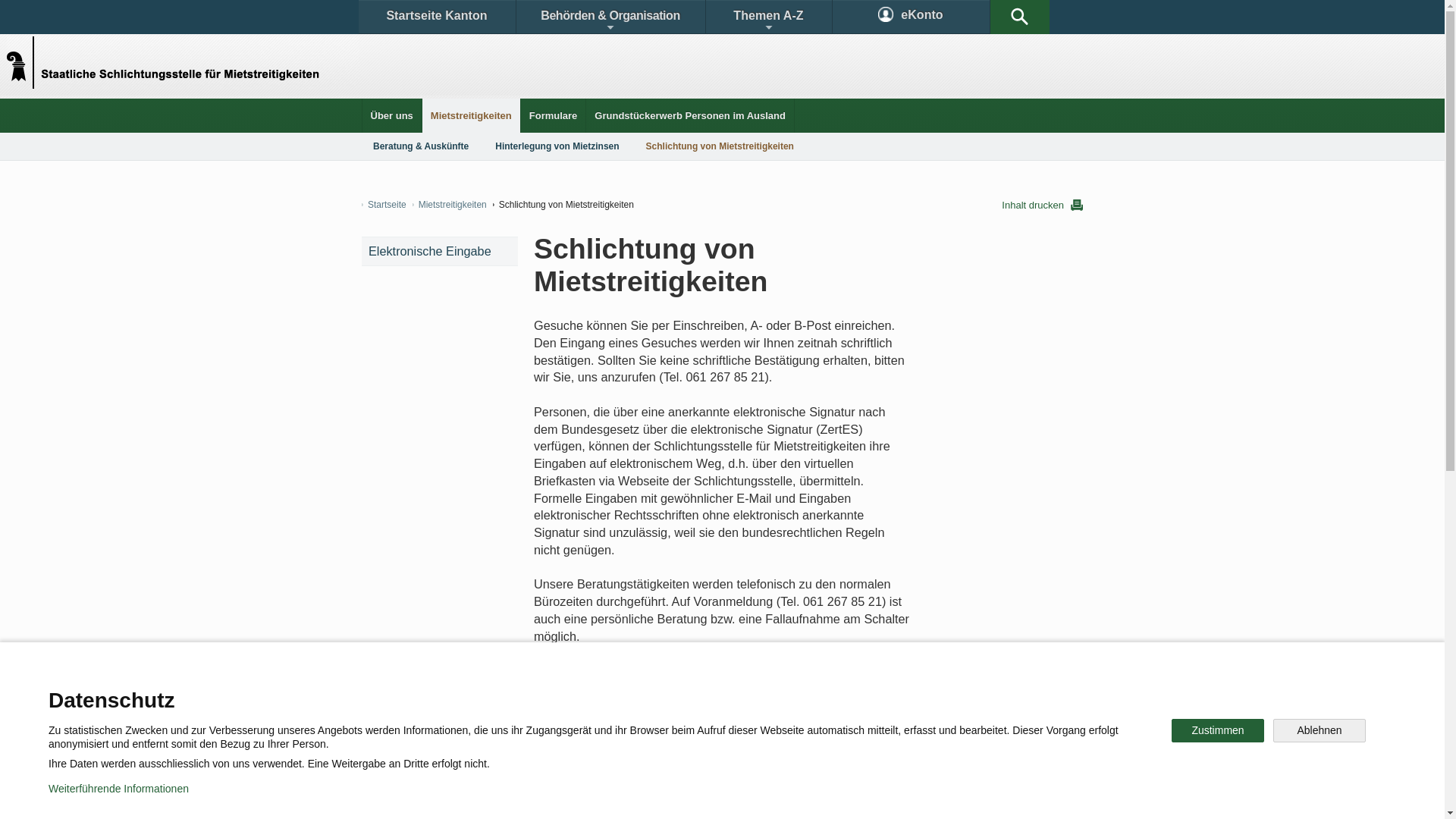 The image size is (1456, 819). Describe the element at coordinates (910, 17) in the screenshot. I see `'eKonto'` at that location.